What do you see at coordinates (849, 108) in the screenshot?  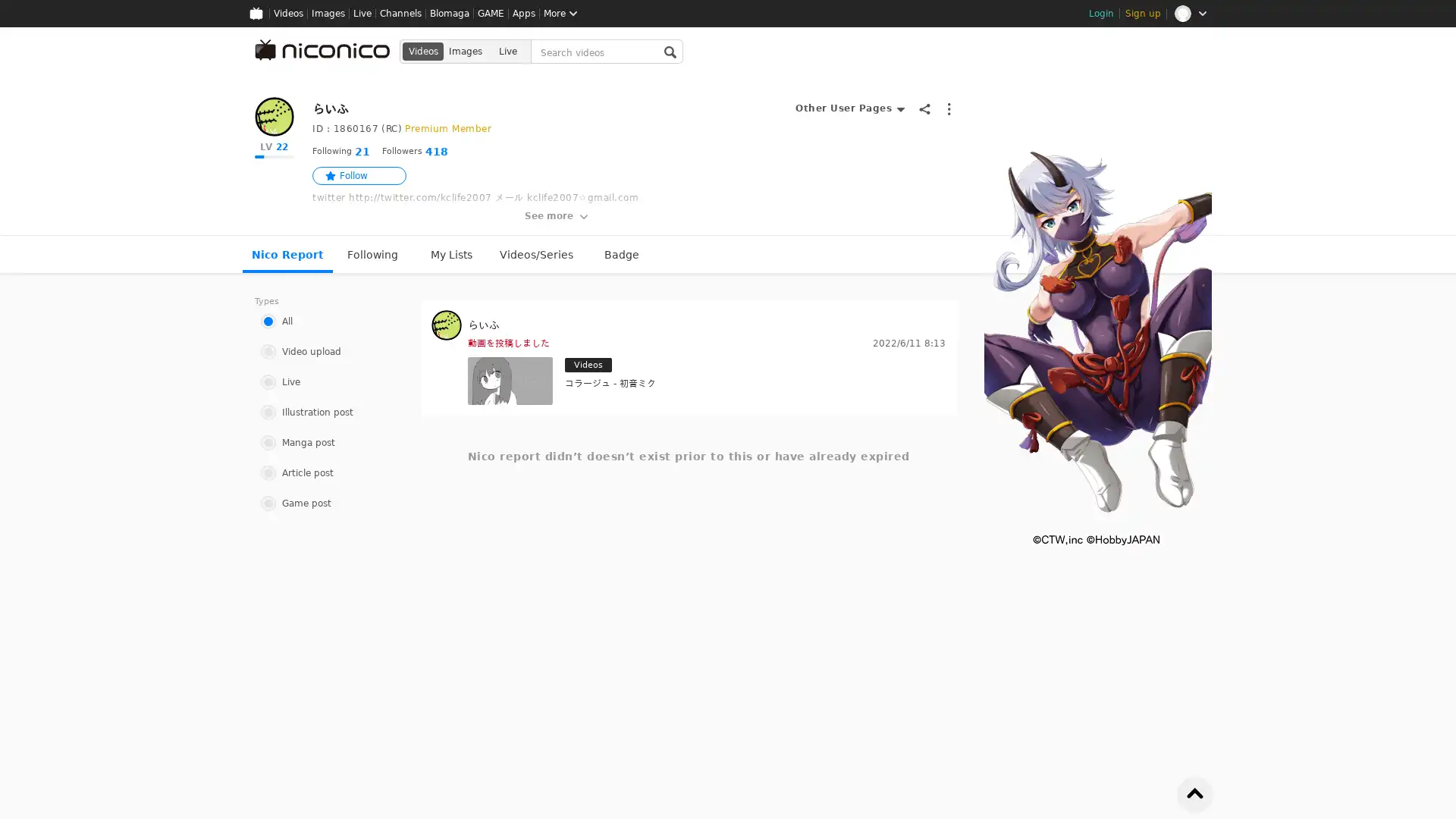 I see `Other User Pages` at bounding box center [849, 108].